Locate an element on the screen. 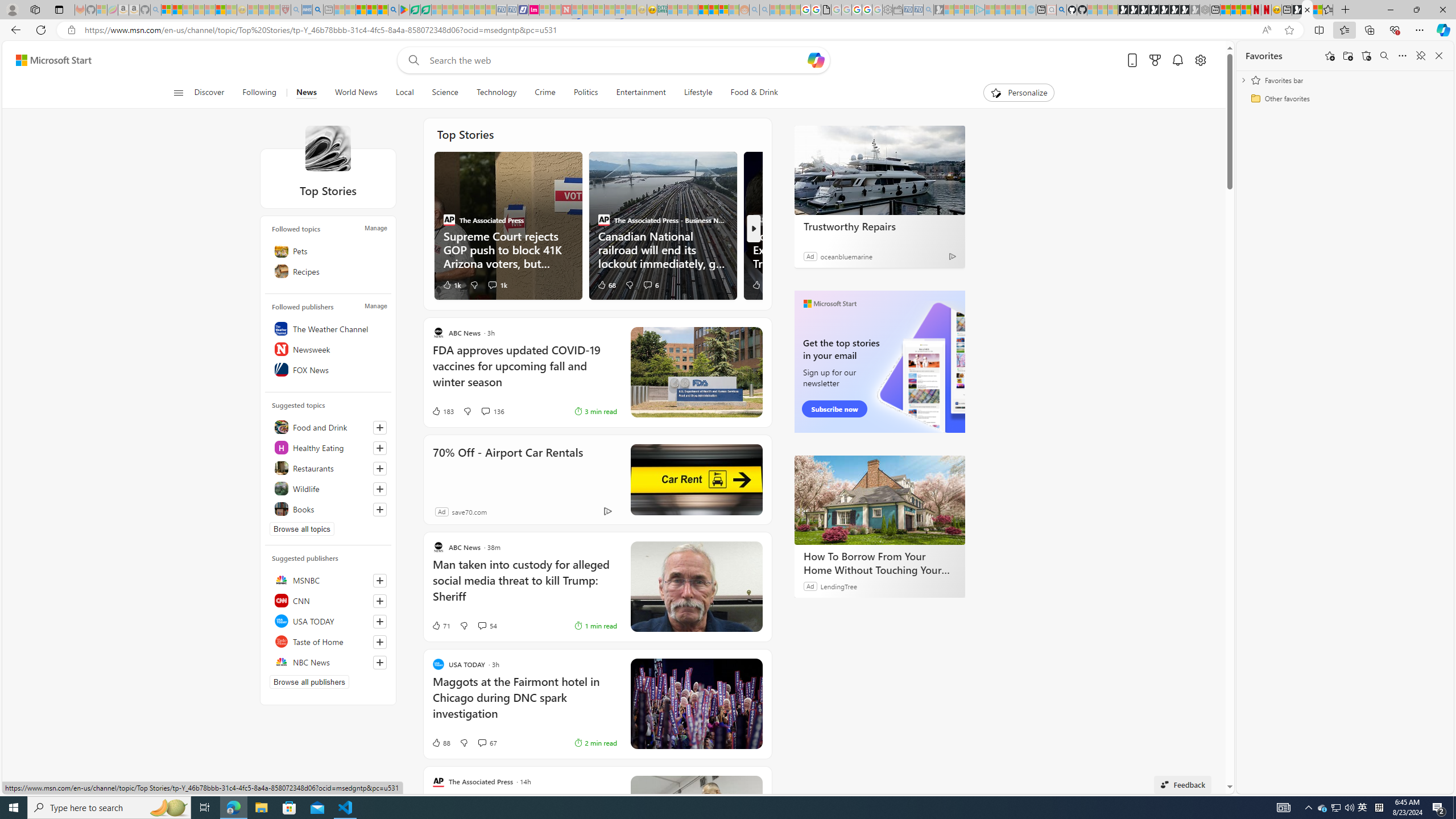  'Search favorites' is located at coordinates (1384, 55).